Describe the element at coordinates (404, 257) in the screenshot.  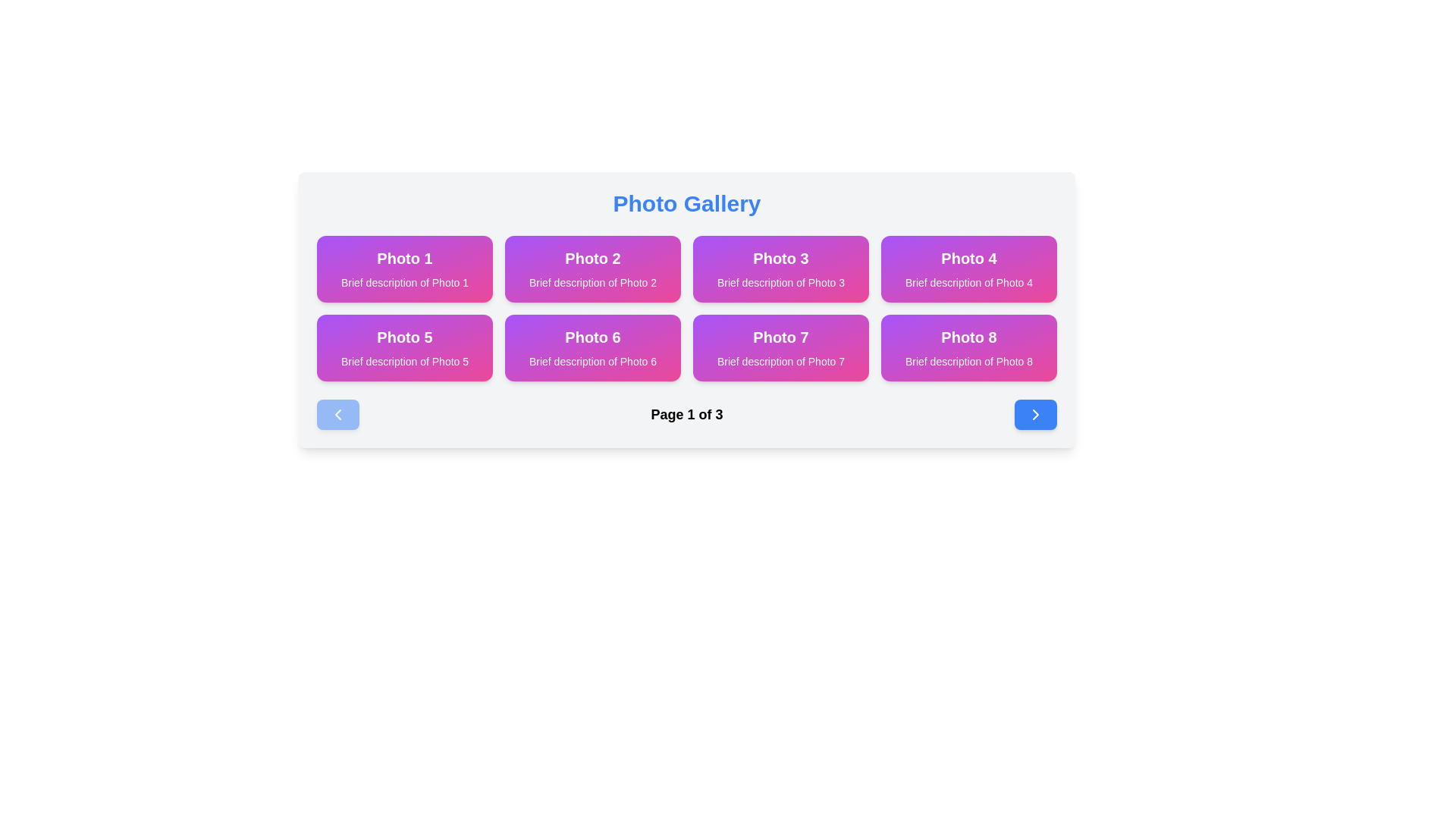
I see `the text label displaying 'Photo 1' in bold font style, located in the top-left card of the grid layout` at that location.